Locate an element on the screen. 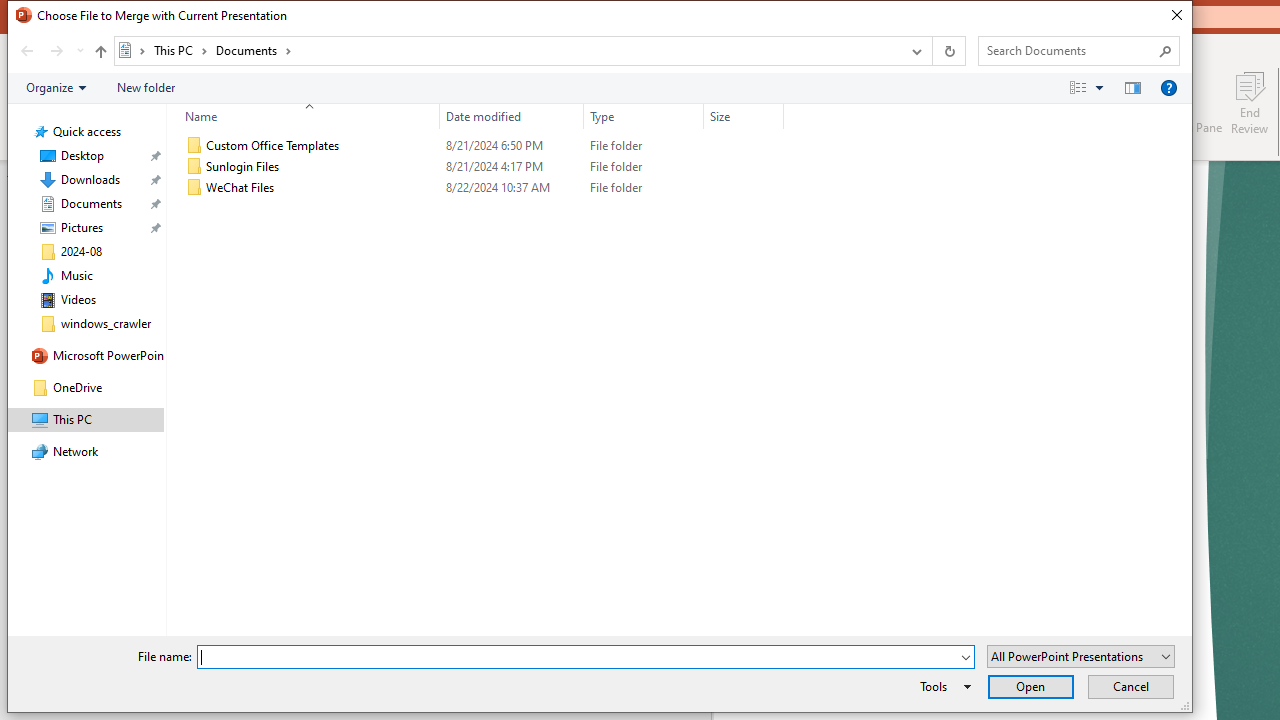 This screenshot has height=720, width=1280. 'Up band toolbar' is located at coordinates (100, 53).